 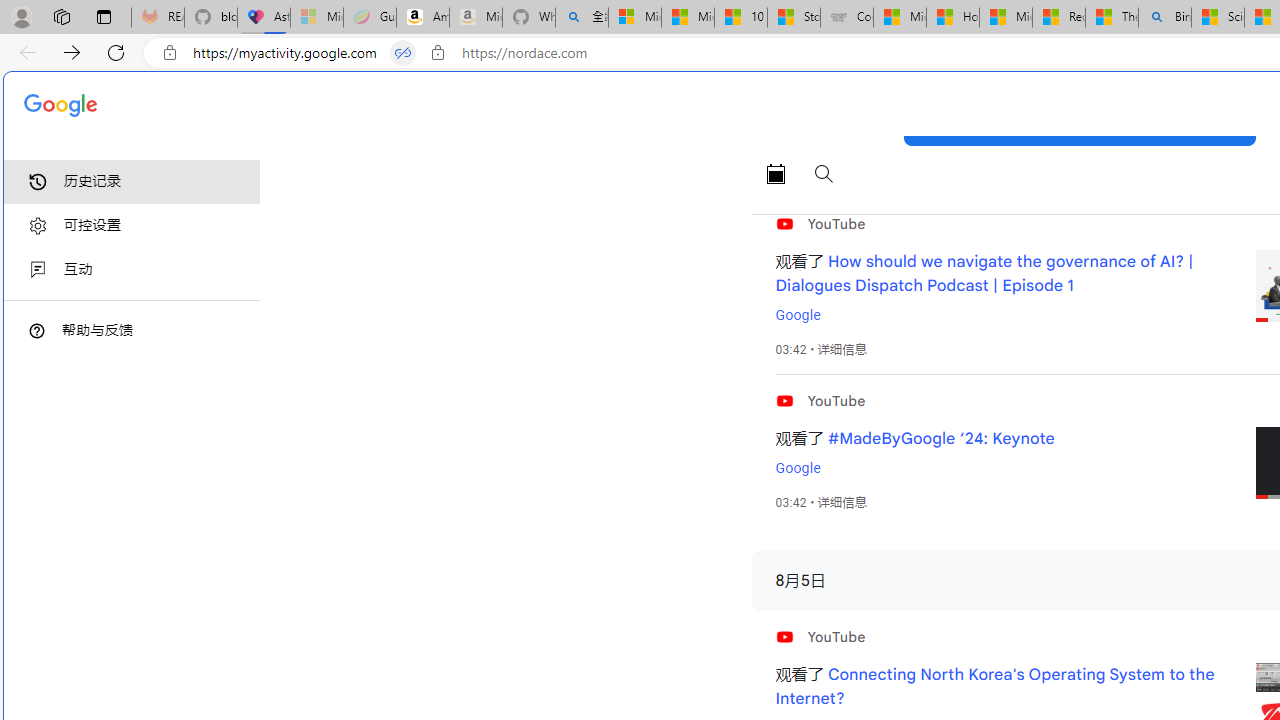 What do you see at coordinates (37, 329) in the screenshot?
I see `'Class: DTiKkd NMm5M'` at bounding box center [37, 329].